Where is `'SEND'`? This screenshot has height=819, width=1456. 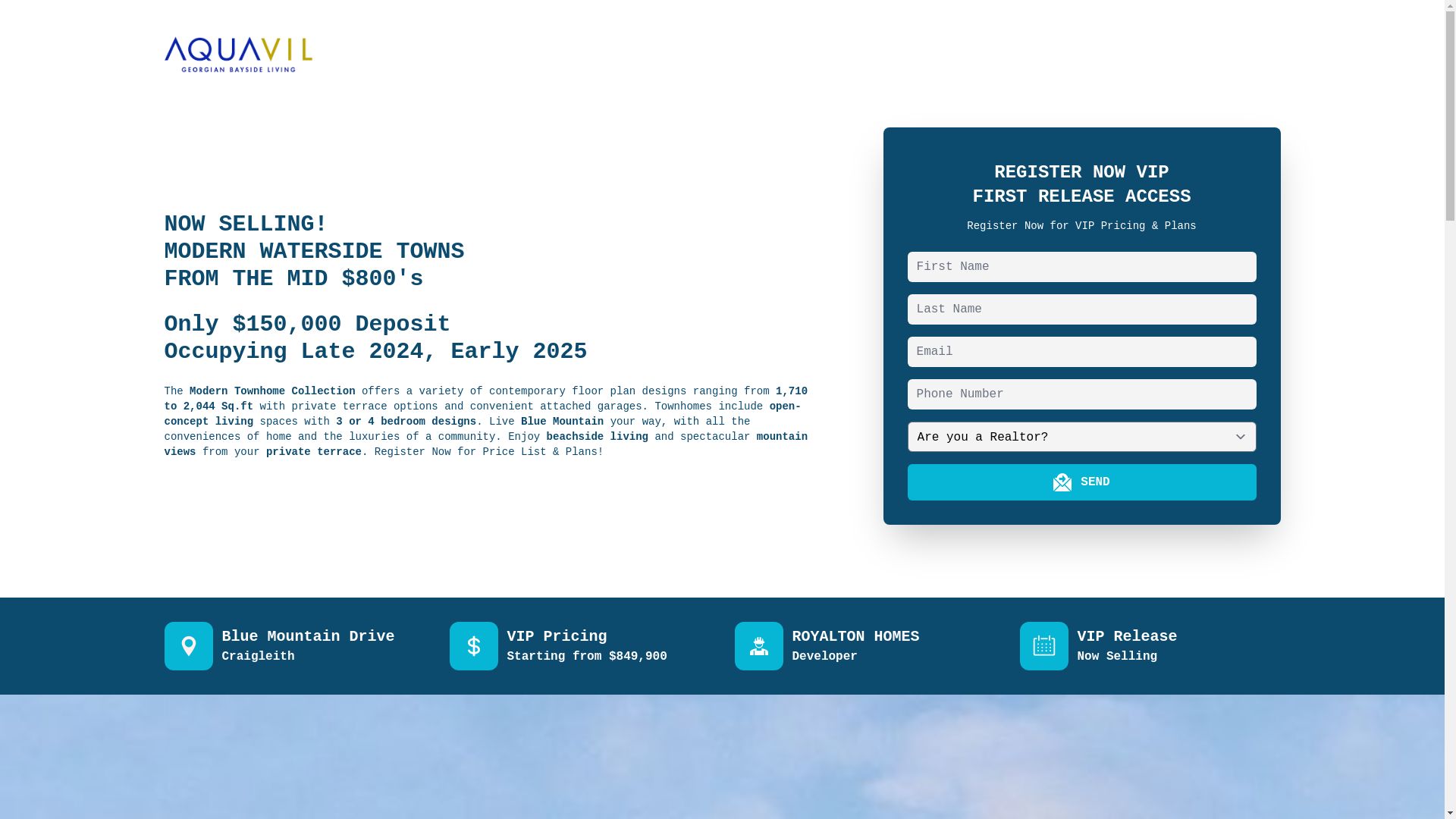 'SEND' is located at coordinates (1081, 482).